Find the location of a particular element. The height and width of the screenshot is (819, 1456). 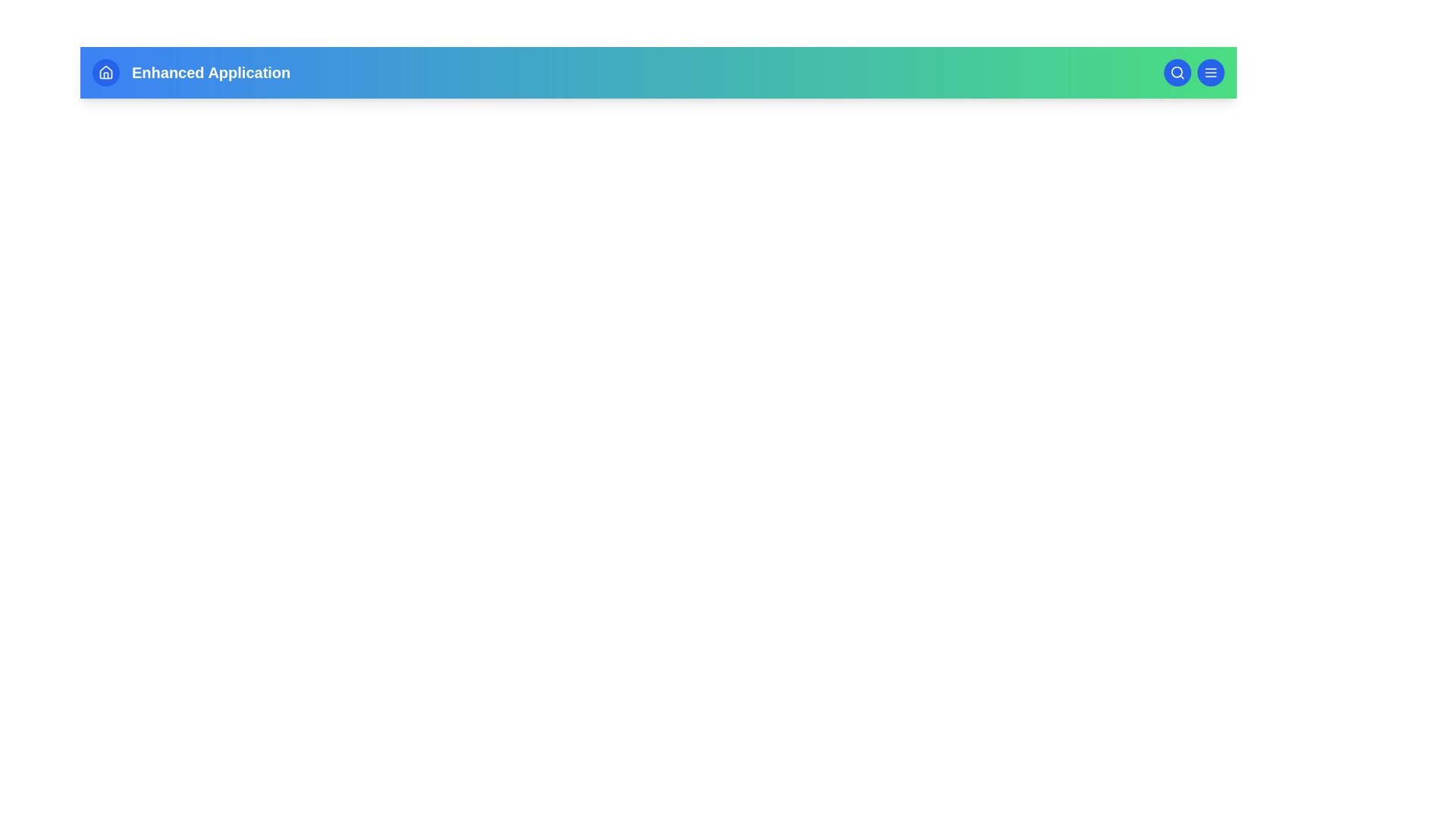

the circular search icon button located in the top-right corner of the application interface is located at coordinates (1177, 73).